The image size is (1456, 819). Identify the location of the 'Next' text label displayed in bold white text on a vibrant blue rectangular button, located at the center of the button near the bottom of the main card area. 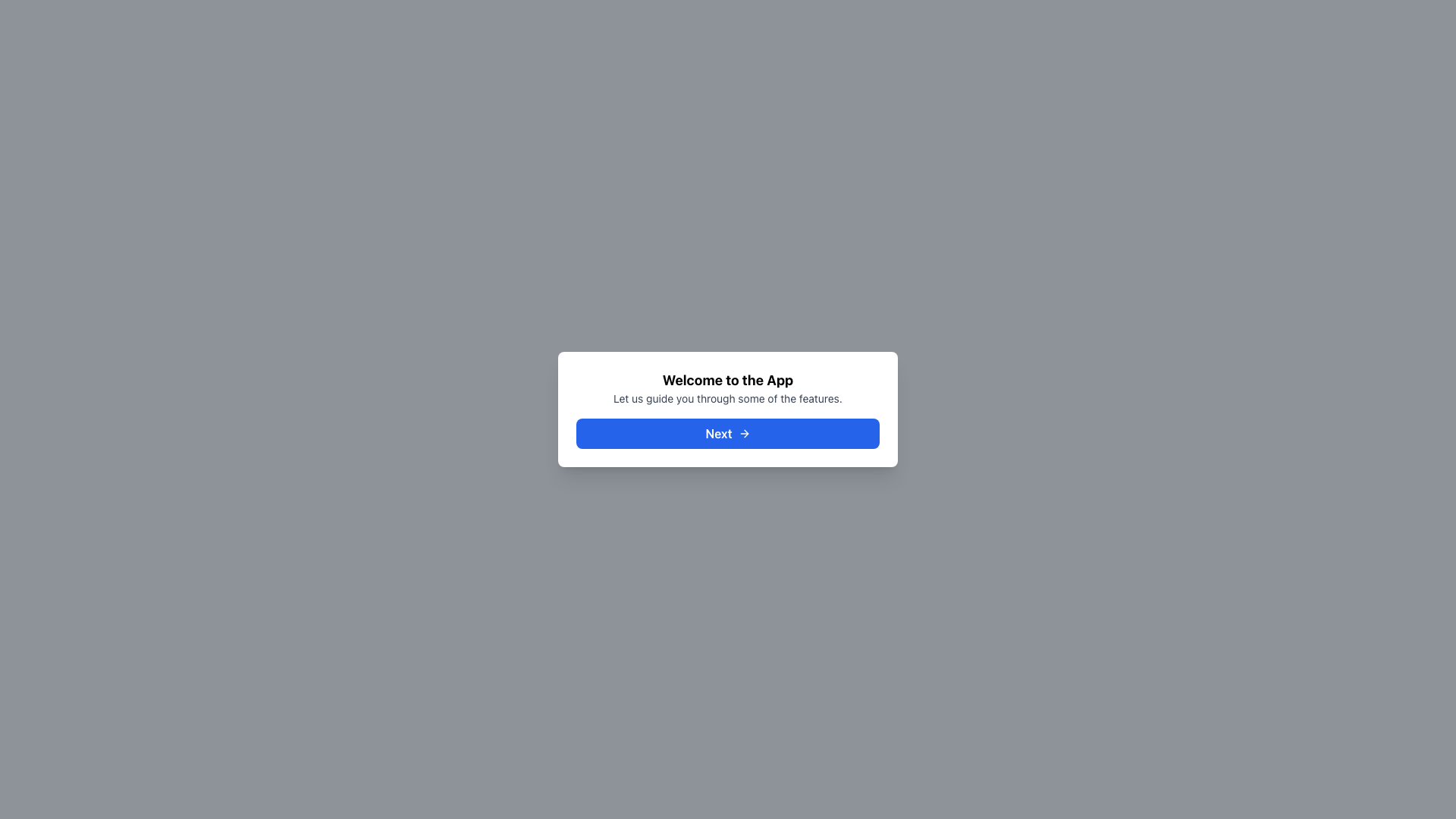
(718, 433).